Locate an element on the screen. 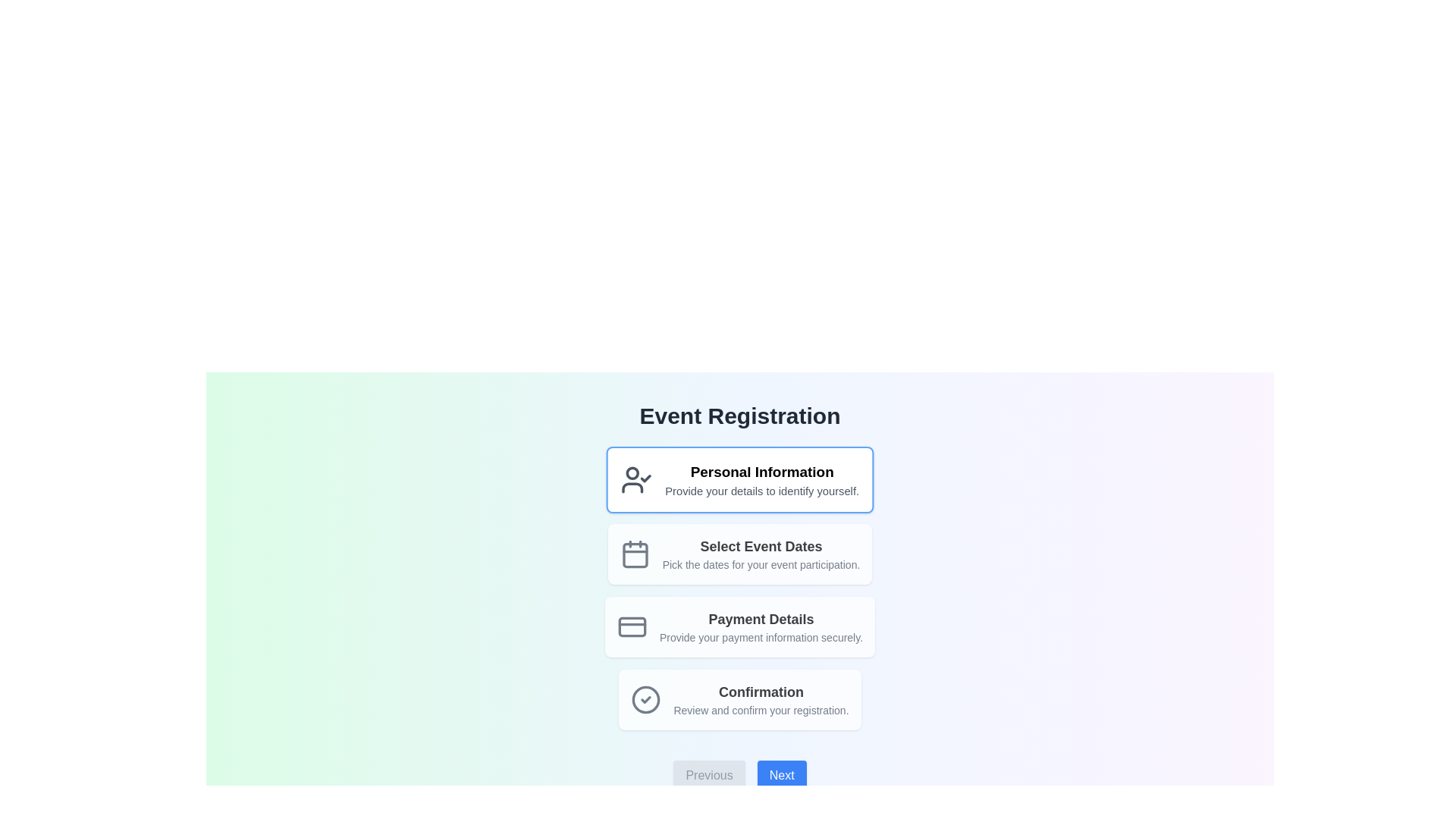 This screenshot has width=1456, height=819. the text header labeled 'Event Registration' which is styled with a bolded, large font and dark gray color, located at the top center of the interface above event registration-related steps is located at coordinates (739, 416).